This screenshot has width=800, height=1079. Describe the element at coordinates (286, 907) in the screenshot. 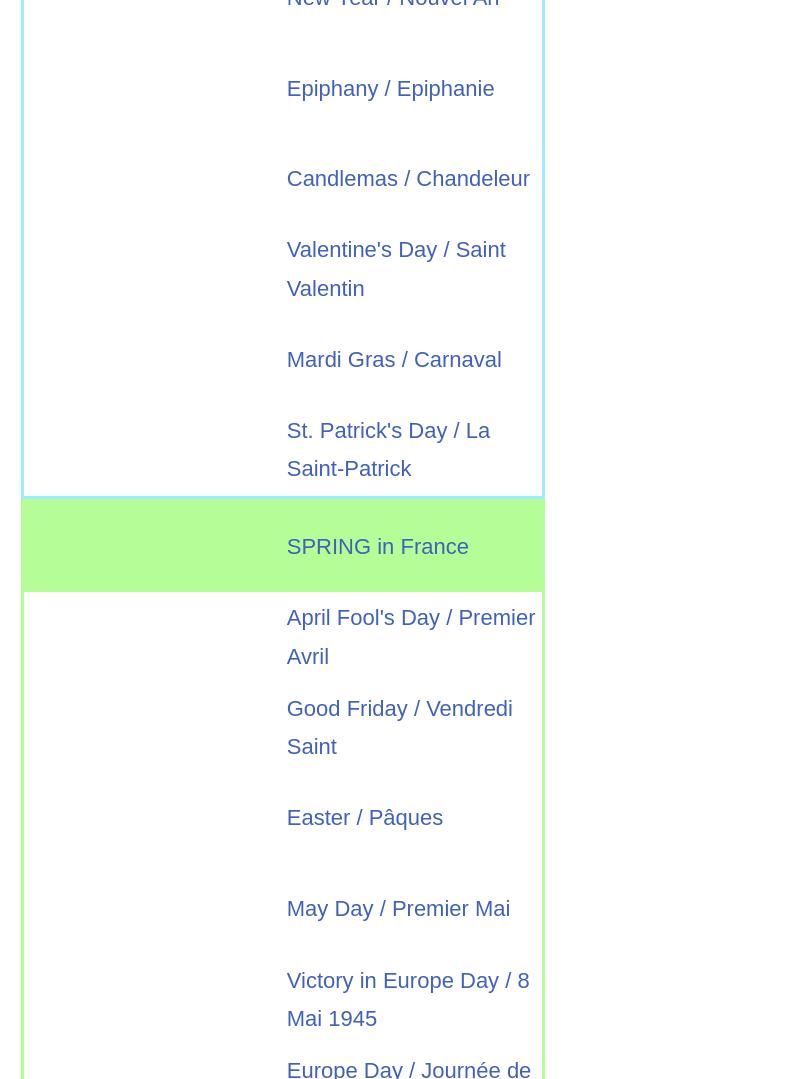

I see `'May Day / Premier Mai'` at that location.